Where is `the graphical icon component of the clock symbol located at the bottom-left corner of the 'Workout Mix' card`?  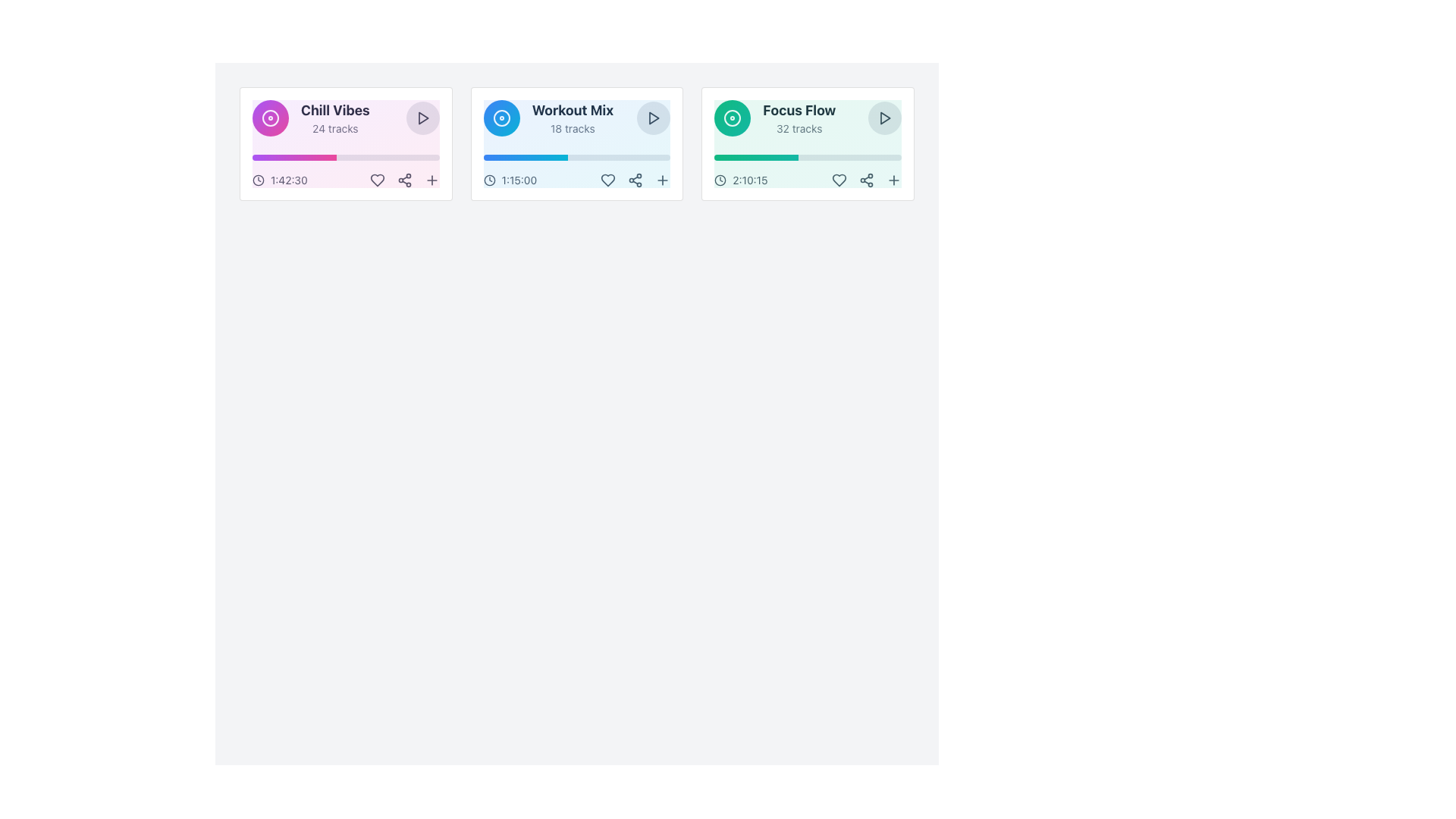
the graphical icon component of the clock symbol located at the bottom-left corner of the 'Workout Mix' card is located at coordinates (489, 180).